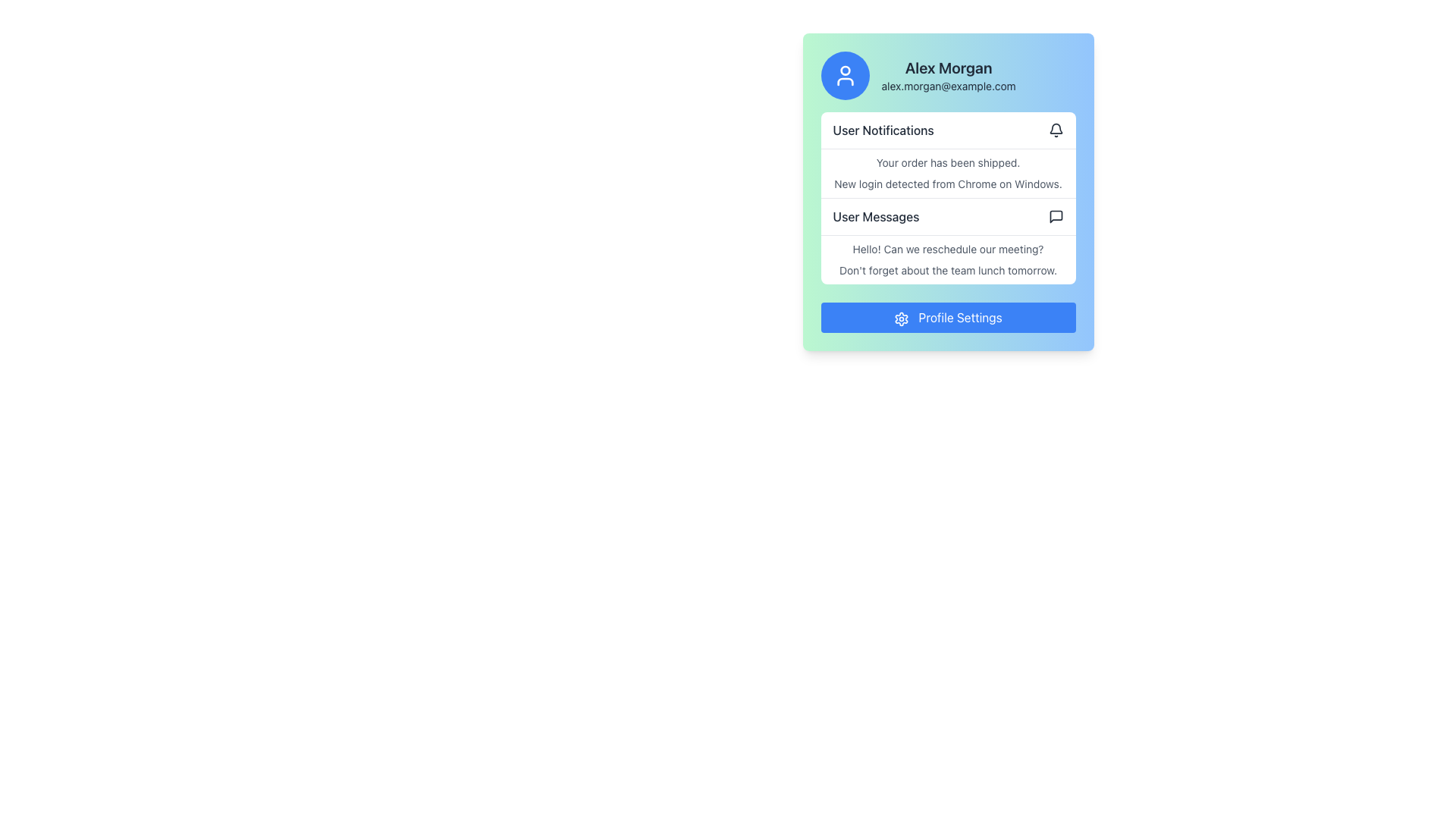  I want to click on information displayed in the Text Display (Composite) which shows 'Alex Morgan' and 'alex.morgan@example.com', so click(948, 76).